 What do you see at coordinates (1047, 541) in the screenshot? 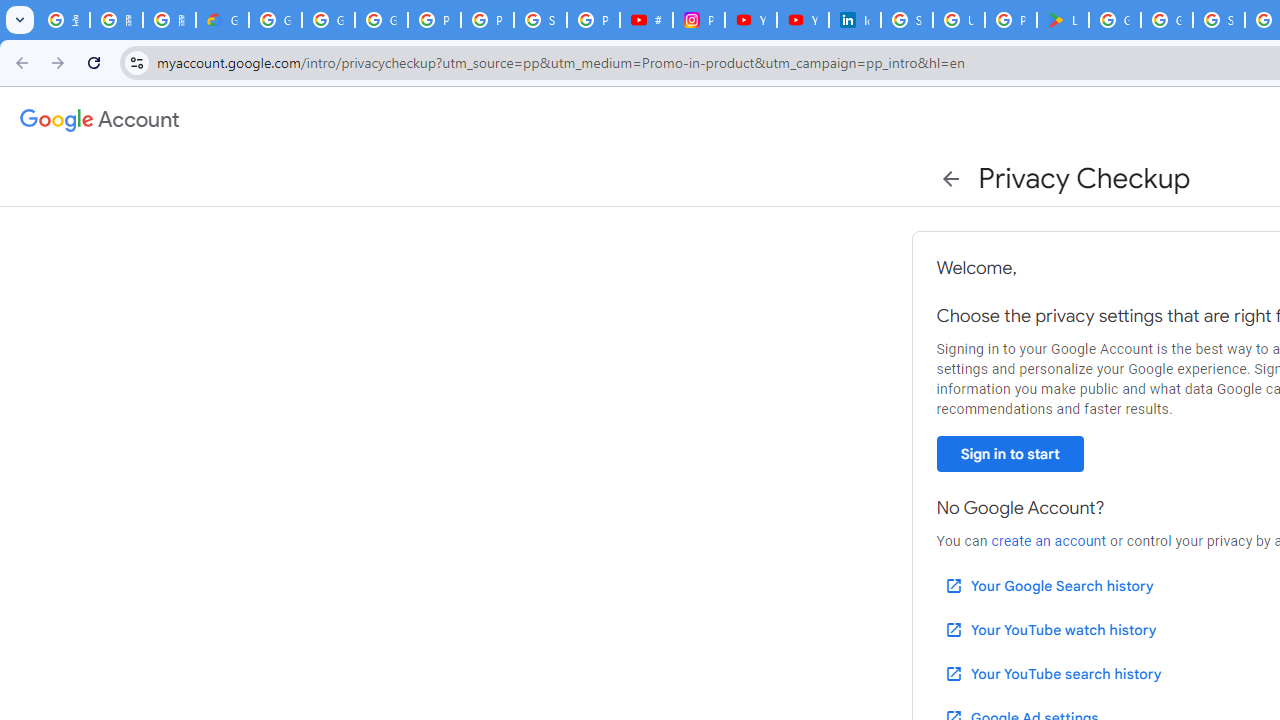
I see `'create an account'` at bounding box center [1047, 541].